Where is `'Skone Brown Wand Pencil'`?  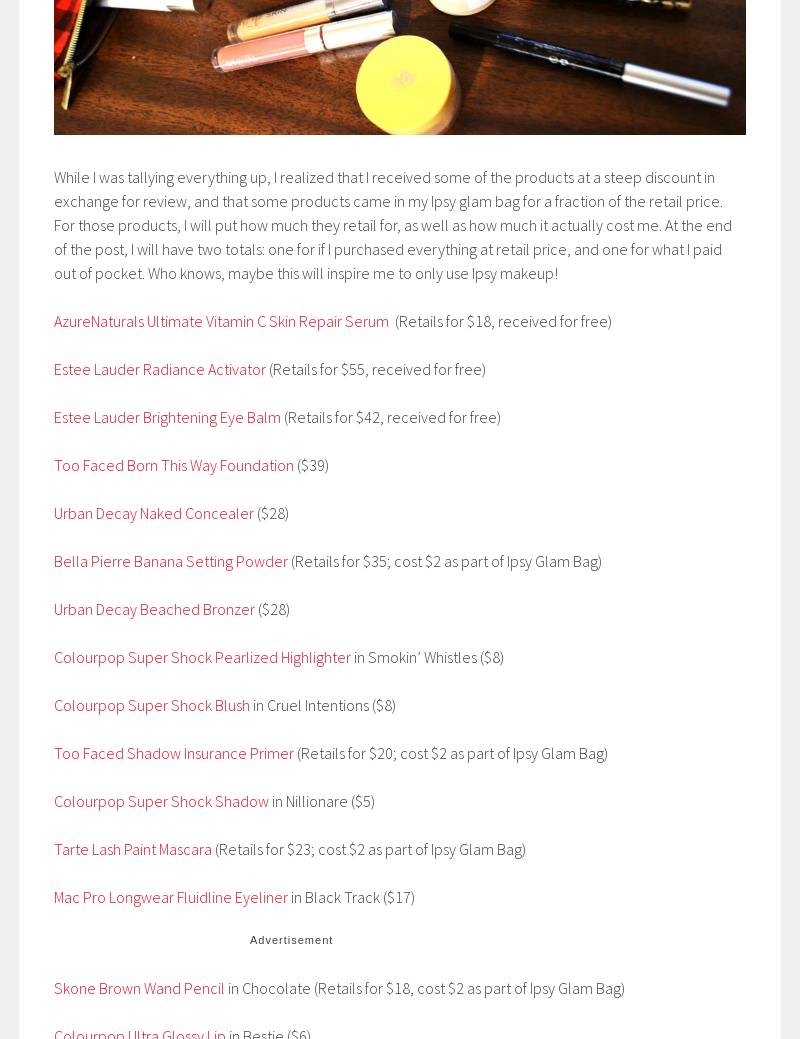
'Skone Brown Wand Pencil' is located at coordinates (53, 987).